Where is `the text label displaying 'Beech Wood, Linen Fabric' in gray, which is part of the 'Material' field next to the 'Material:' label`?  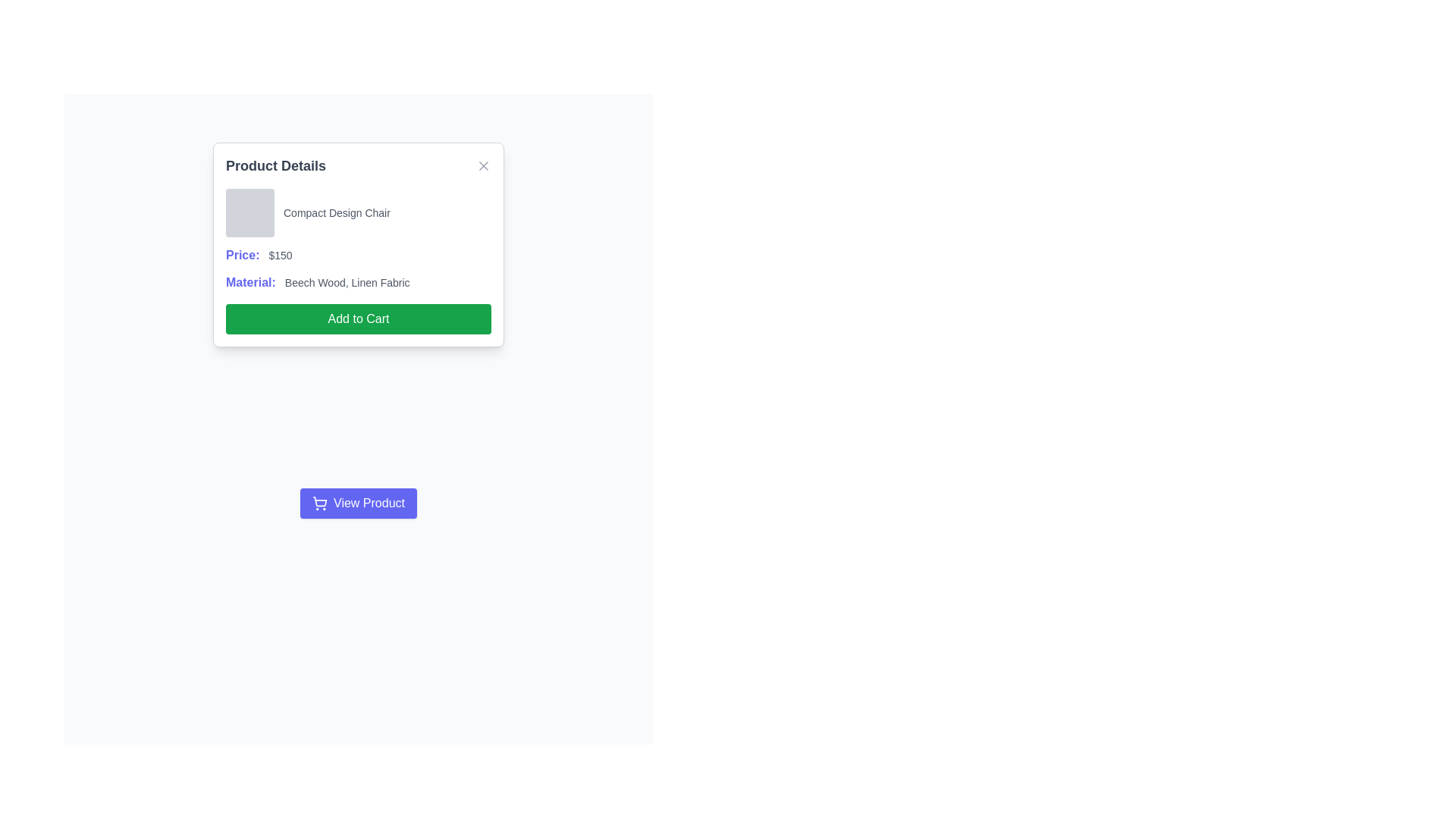 the text label displaying 'Beech Wood, Linen Fabric' in gray, which is part of the 'Material' field next to the 'Material:' label is located at coordinates (347, 283).